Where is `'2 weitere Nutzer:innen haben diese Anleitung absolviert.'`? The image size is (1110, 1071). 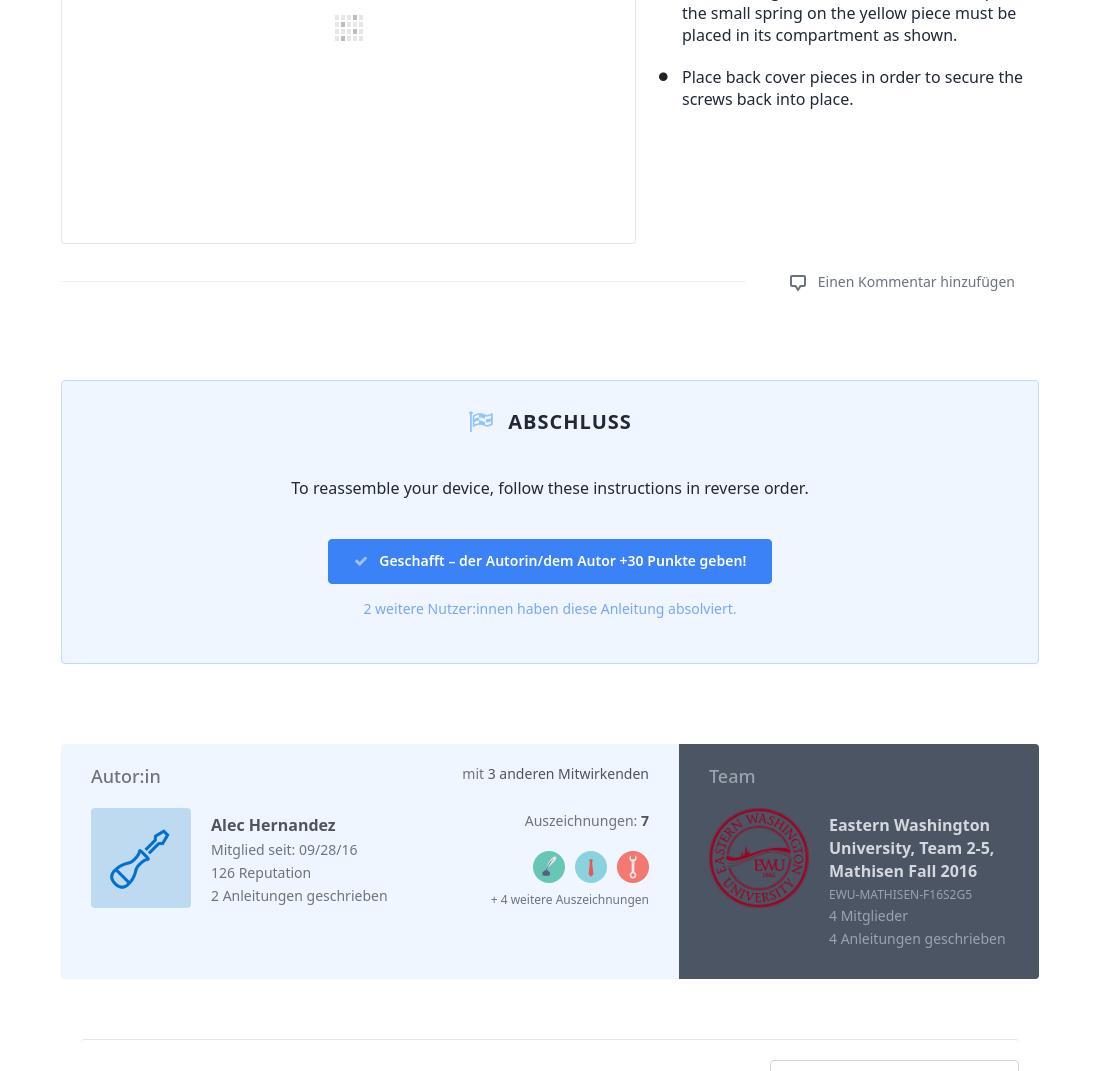
'2 weitere Nutzer:innen haben diese Anleitung absolviert.' is located at coordinates (548, 608).